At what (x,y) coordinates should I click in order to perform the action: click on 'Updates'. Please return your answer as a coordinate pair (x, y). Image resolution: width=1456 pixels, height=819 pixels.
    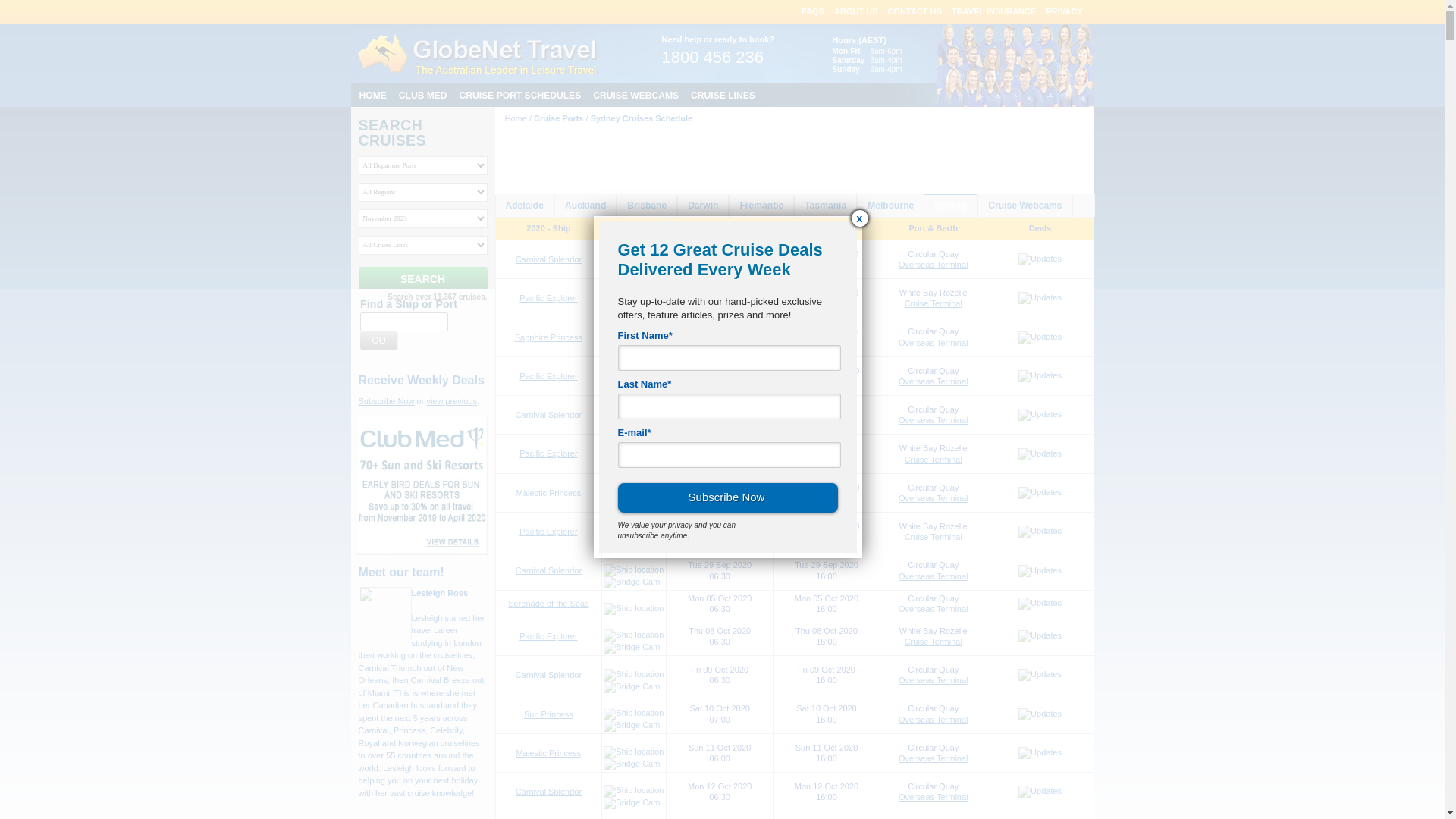
    Looking at the image, I should click on (1039, 493).